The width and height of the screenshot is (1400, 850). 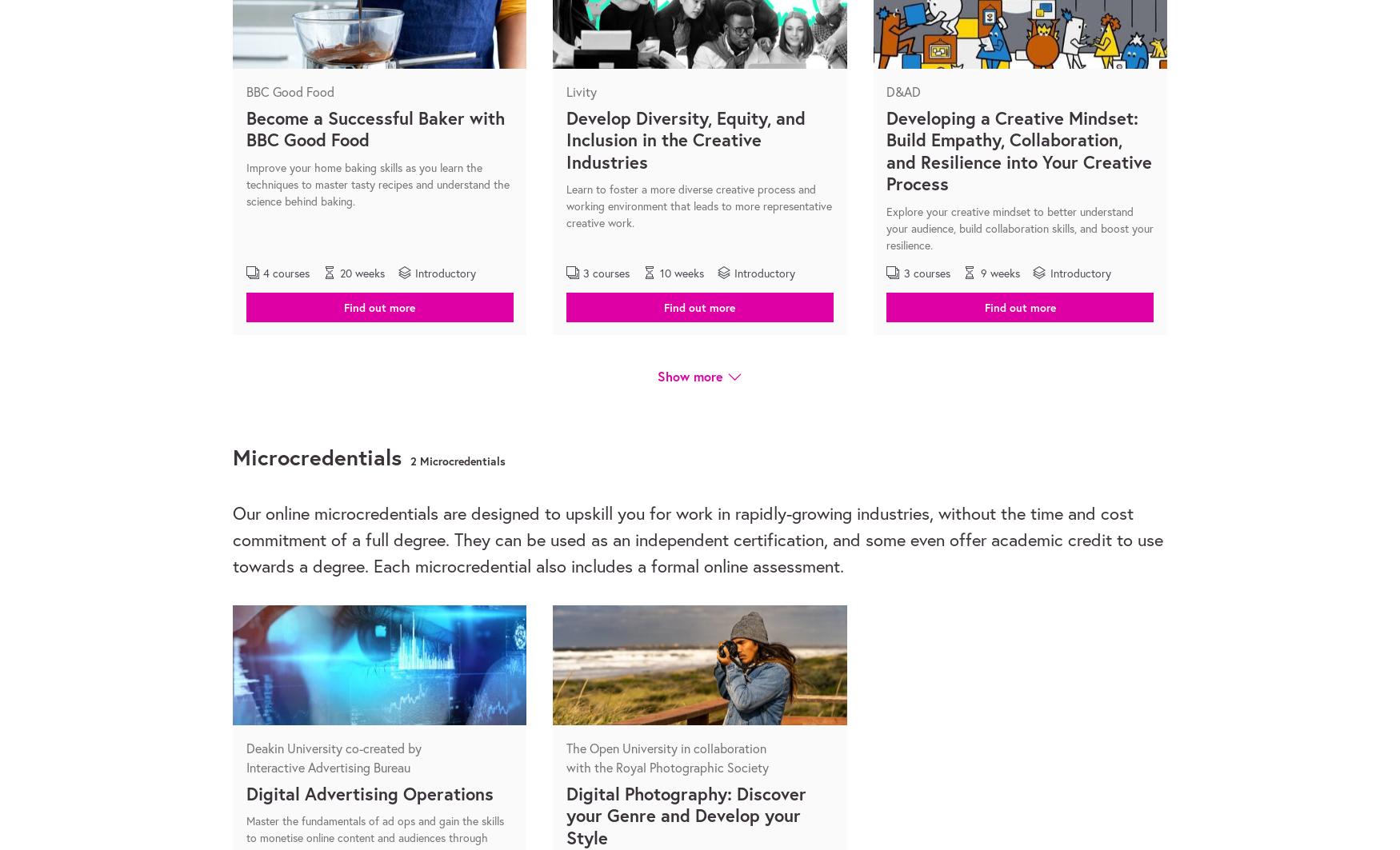 I want to click on 'The Open University in collaboration with the Royal Photographic Society', so click(x=666, y=756).